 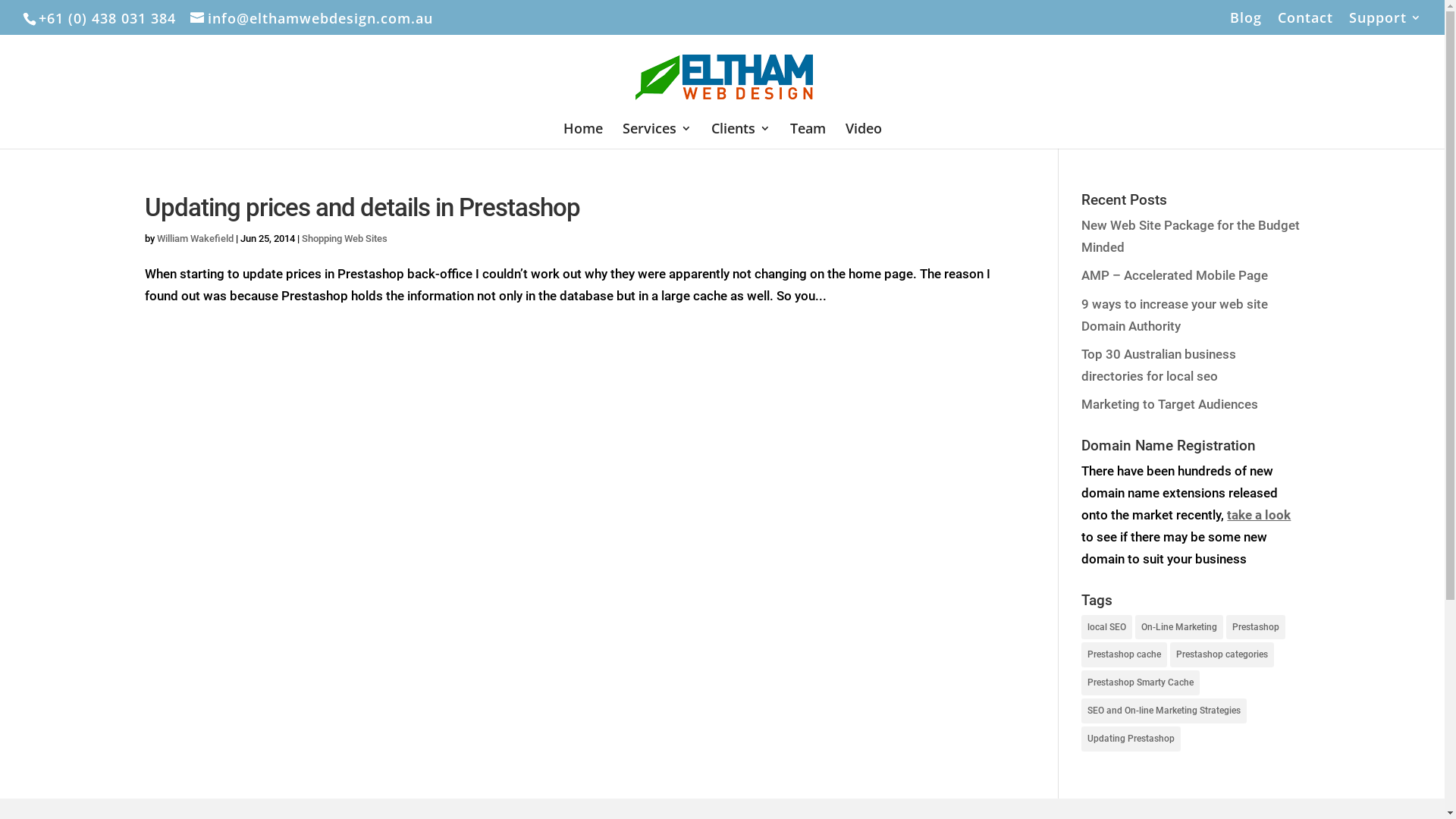 What do you see at coordinates (1259, 513) in the screenshot?
I see `'take a look'` at bounding box center [1259, 513].